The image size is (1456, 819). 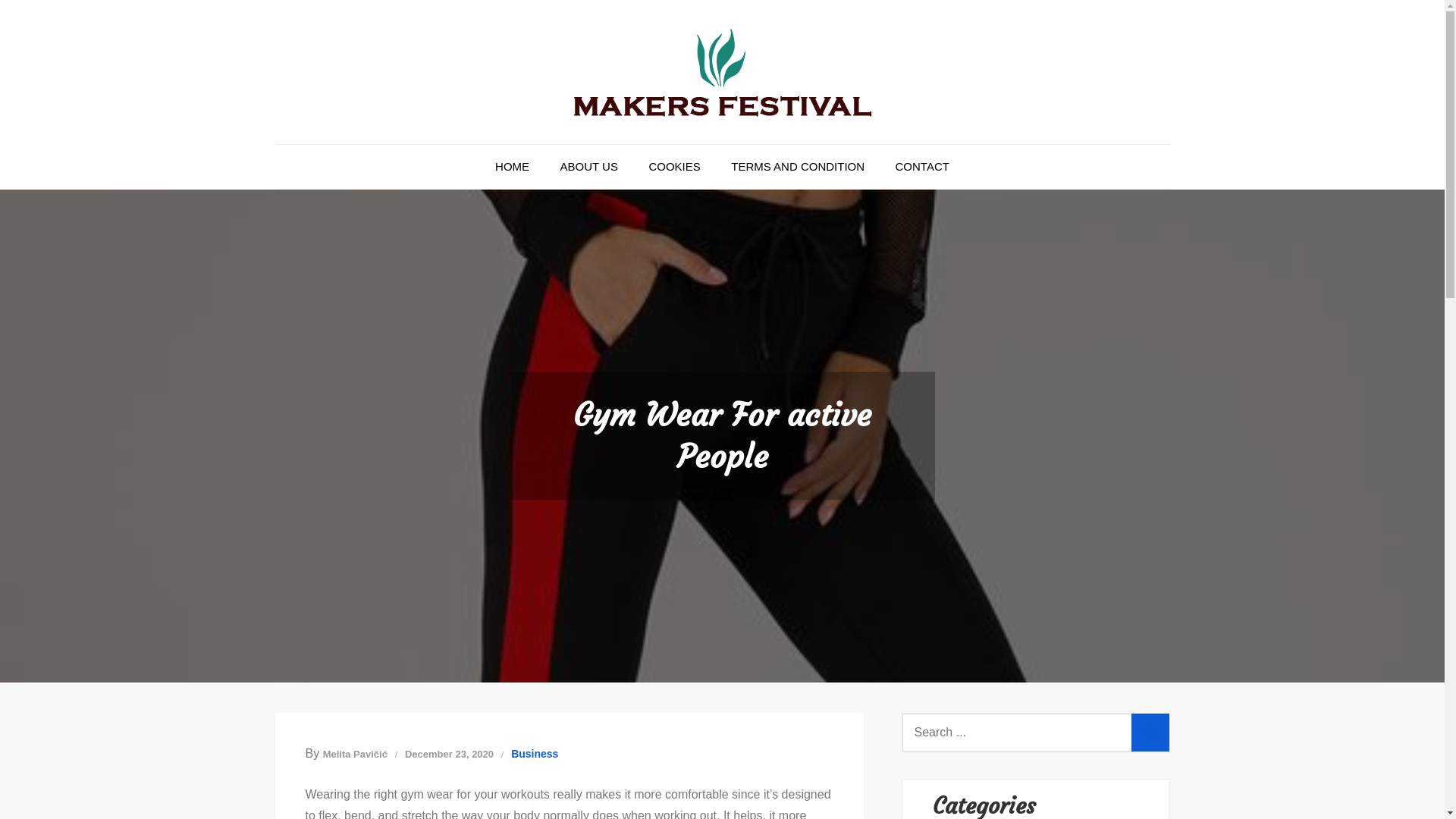 What do you see at coordinates (881, 166) in the screenshot?
I see `'CONTACT'` at bounding box center [881, 166].